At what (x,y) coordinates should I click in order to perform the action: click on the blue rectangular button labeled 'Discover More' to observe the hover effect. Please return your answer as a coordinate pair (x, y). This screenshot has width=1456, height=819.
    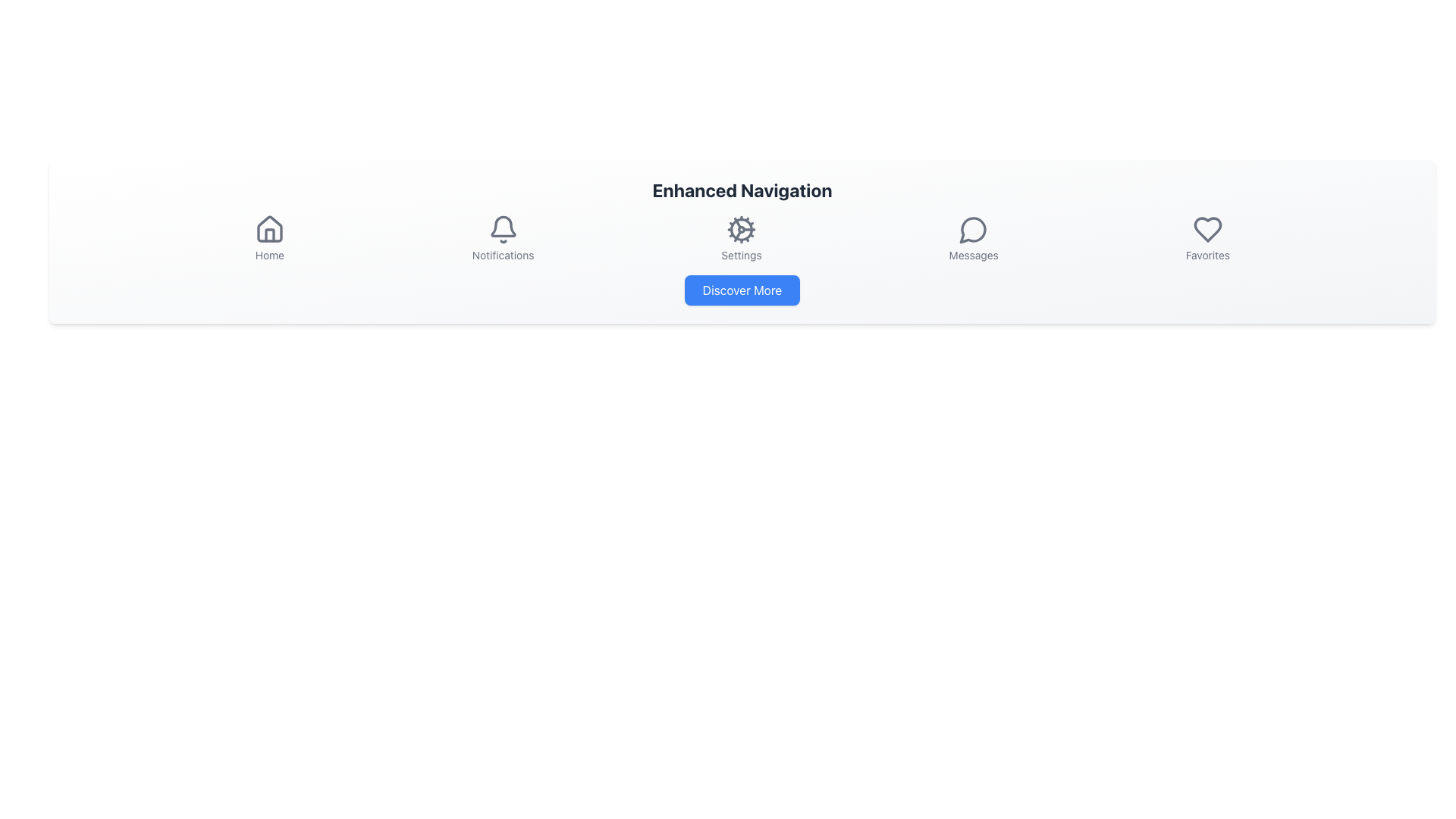
    Looking at the image, I should click on (742, 290).